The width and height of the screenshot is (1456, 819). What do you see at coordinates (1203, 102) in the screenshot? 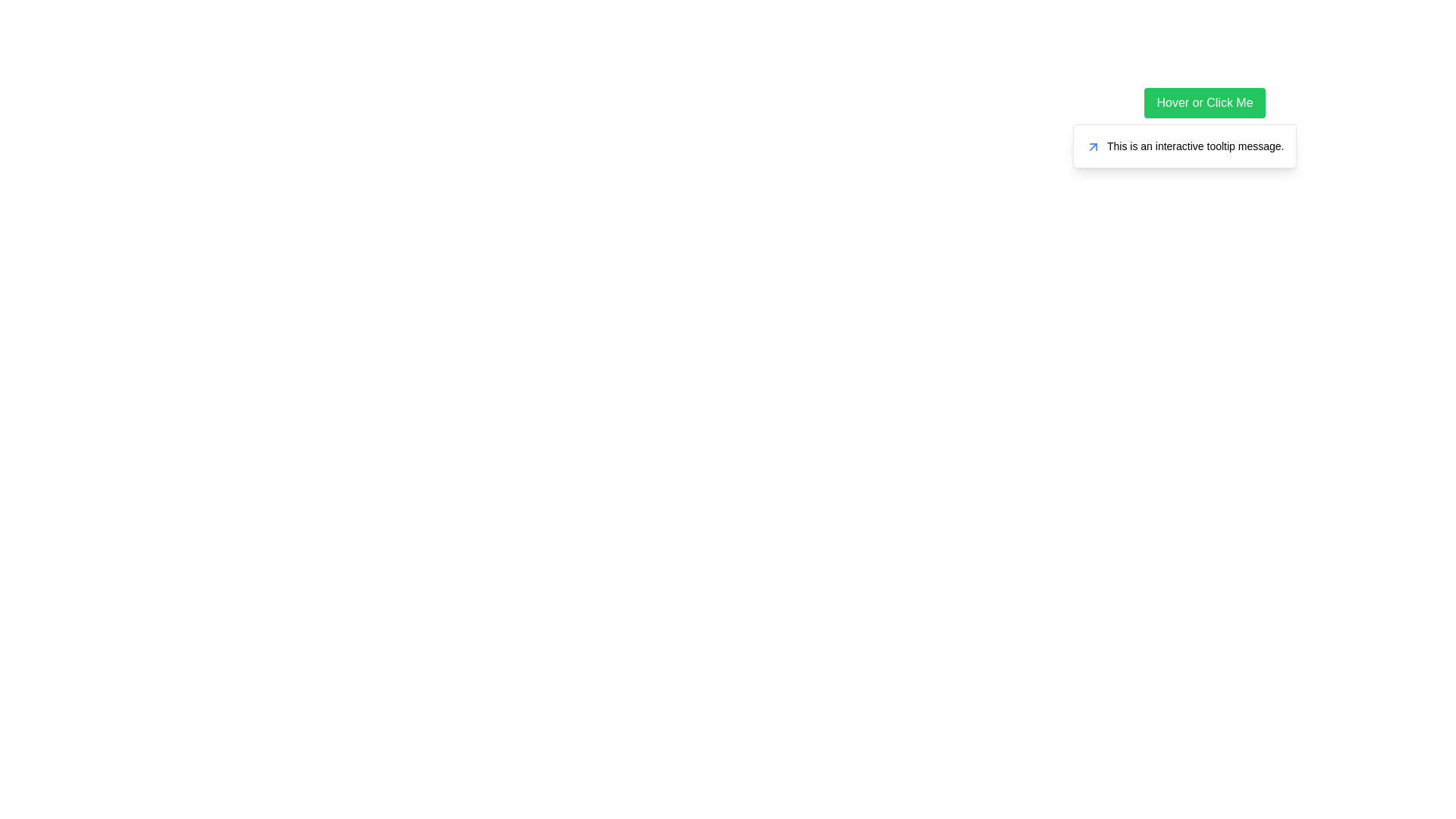
I see `the green button with white text that reads 'Hover or Click Me' located near the top-right section of the page` at bounding box center [1203, 102].